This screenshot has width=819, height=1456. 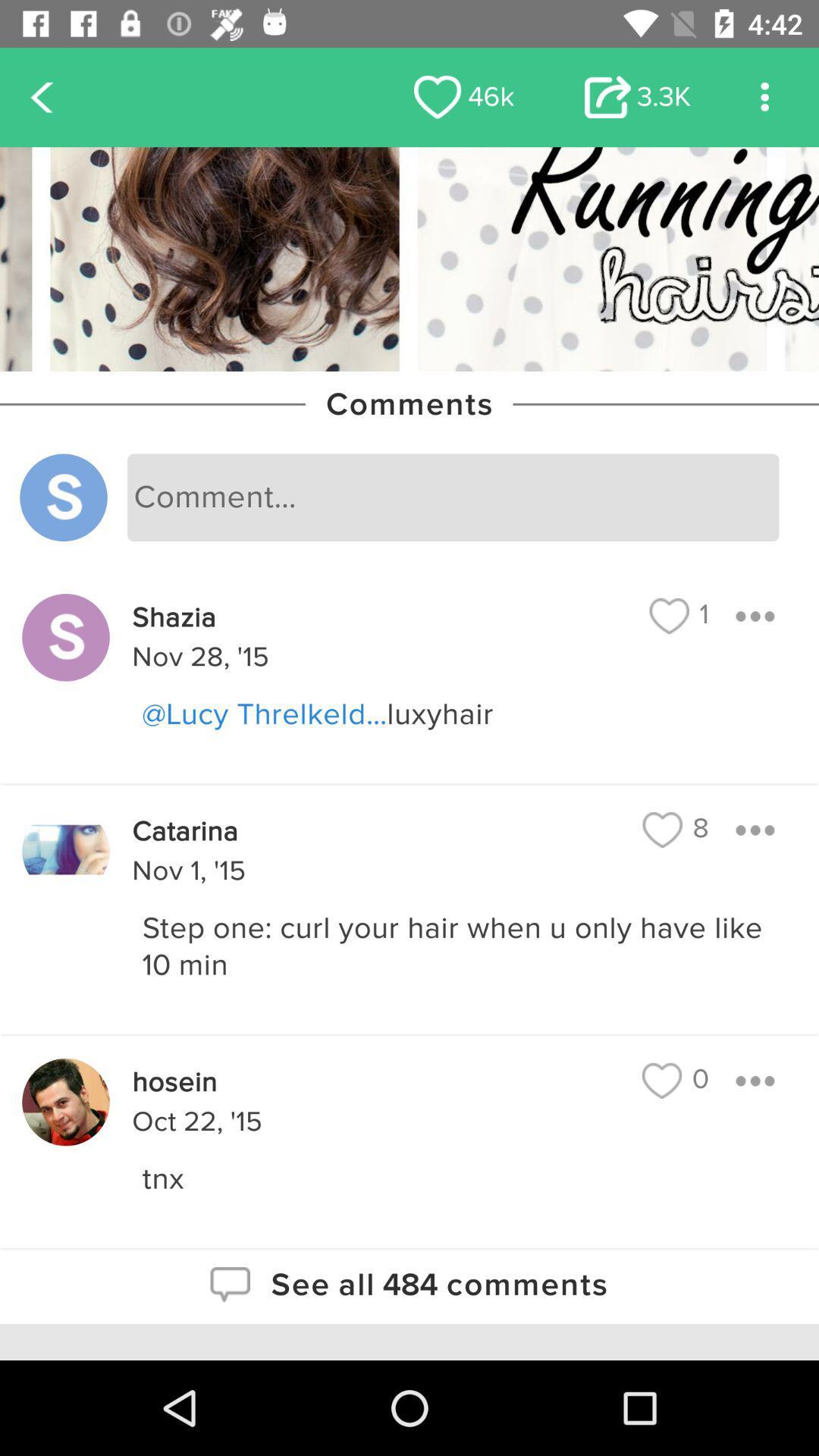 I want to click on item to the left of 3.3k icon, so click(x=463, y=96).